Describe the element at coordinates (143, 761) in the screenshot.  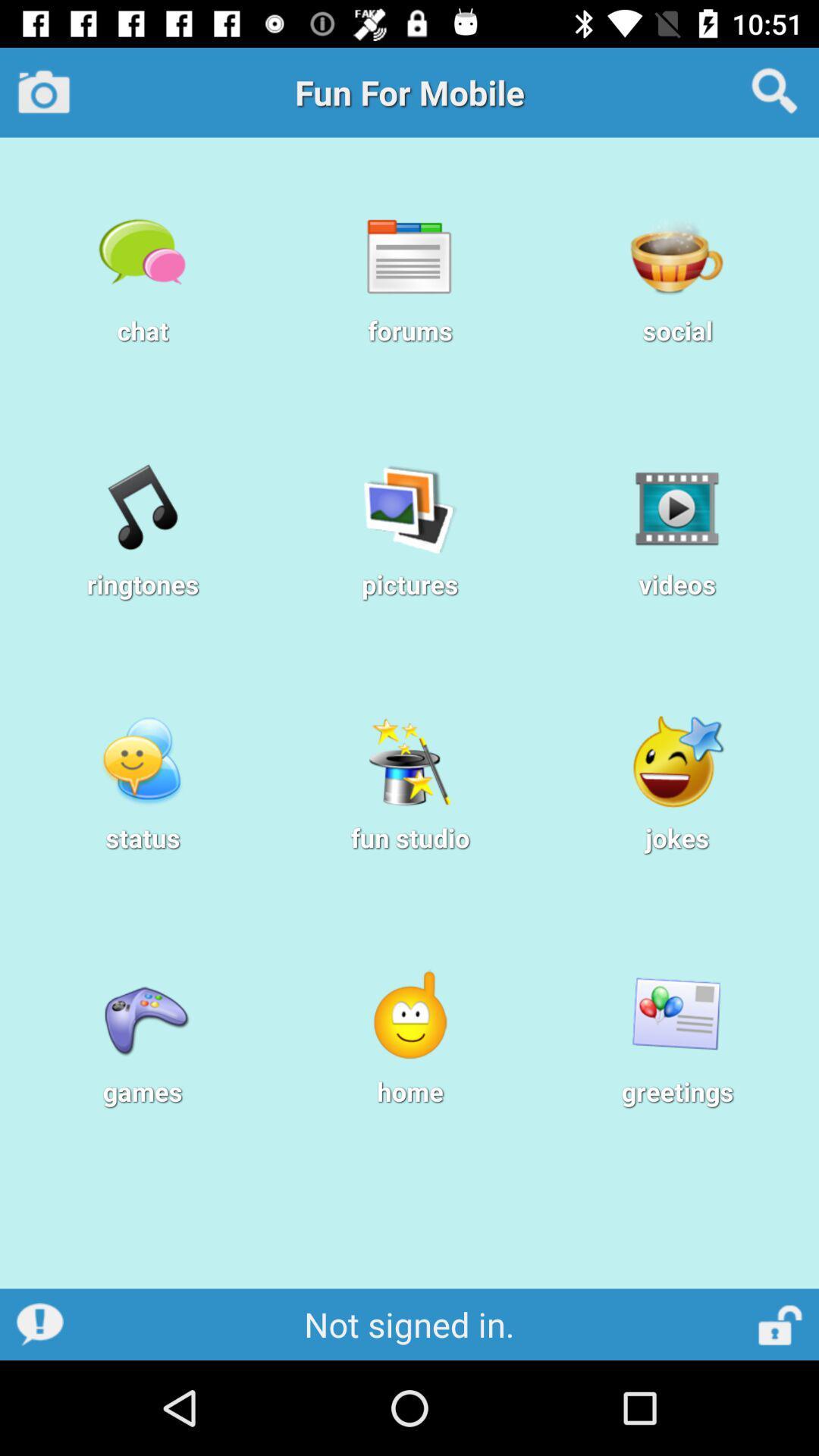
I see `the option below ringtones` at that location.